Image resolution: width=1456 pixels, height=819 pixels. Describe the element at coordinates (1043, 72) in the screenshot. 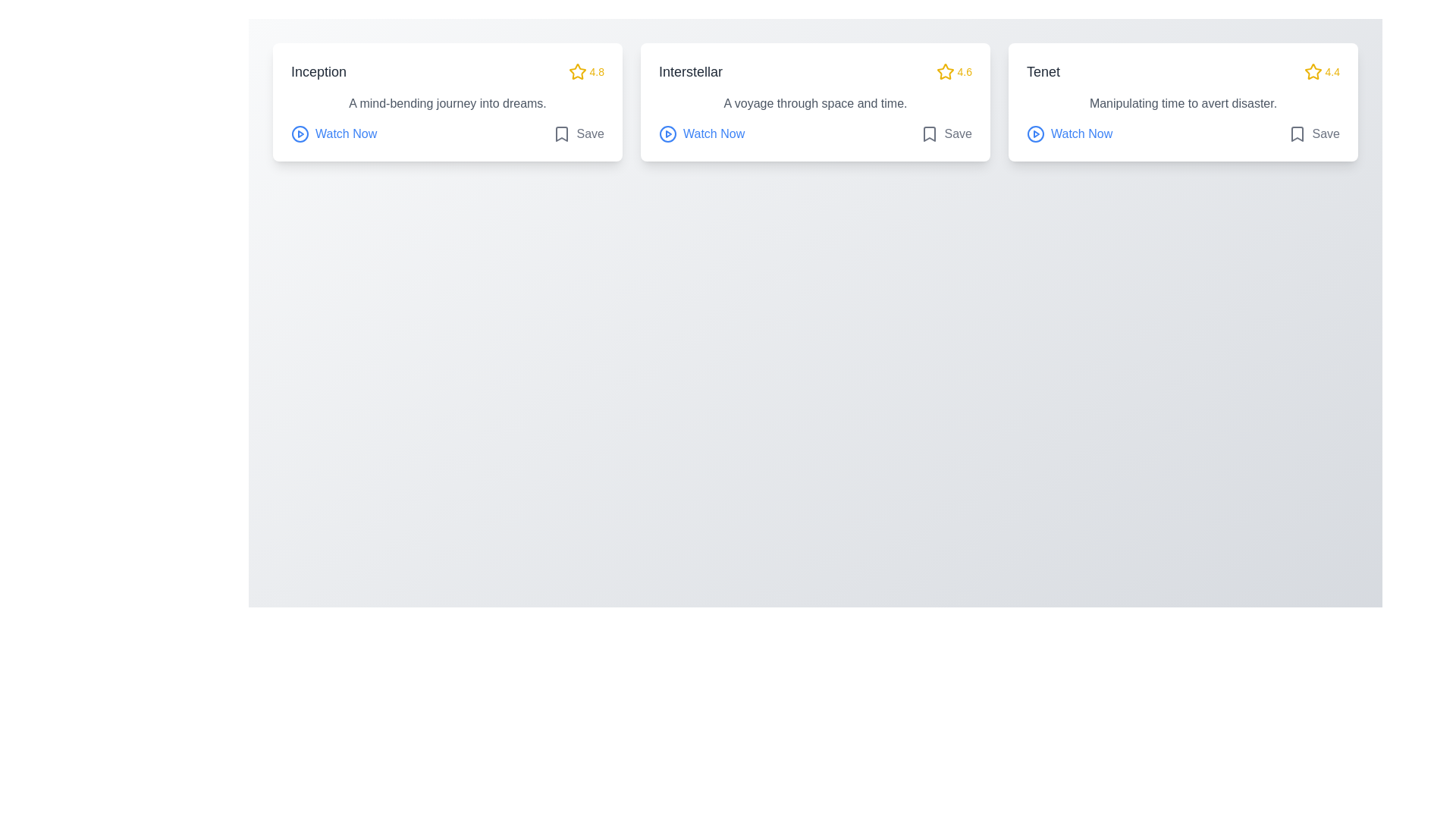

I see `the text label displaying 'Tenet' which is located in the upper left corner of the third card in a horizontally arranged list` at that location.